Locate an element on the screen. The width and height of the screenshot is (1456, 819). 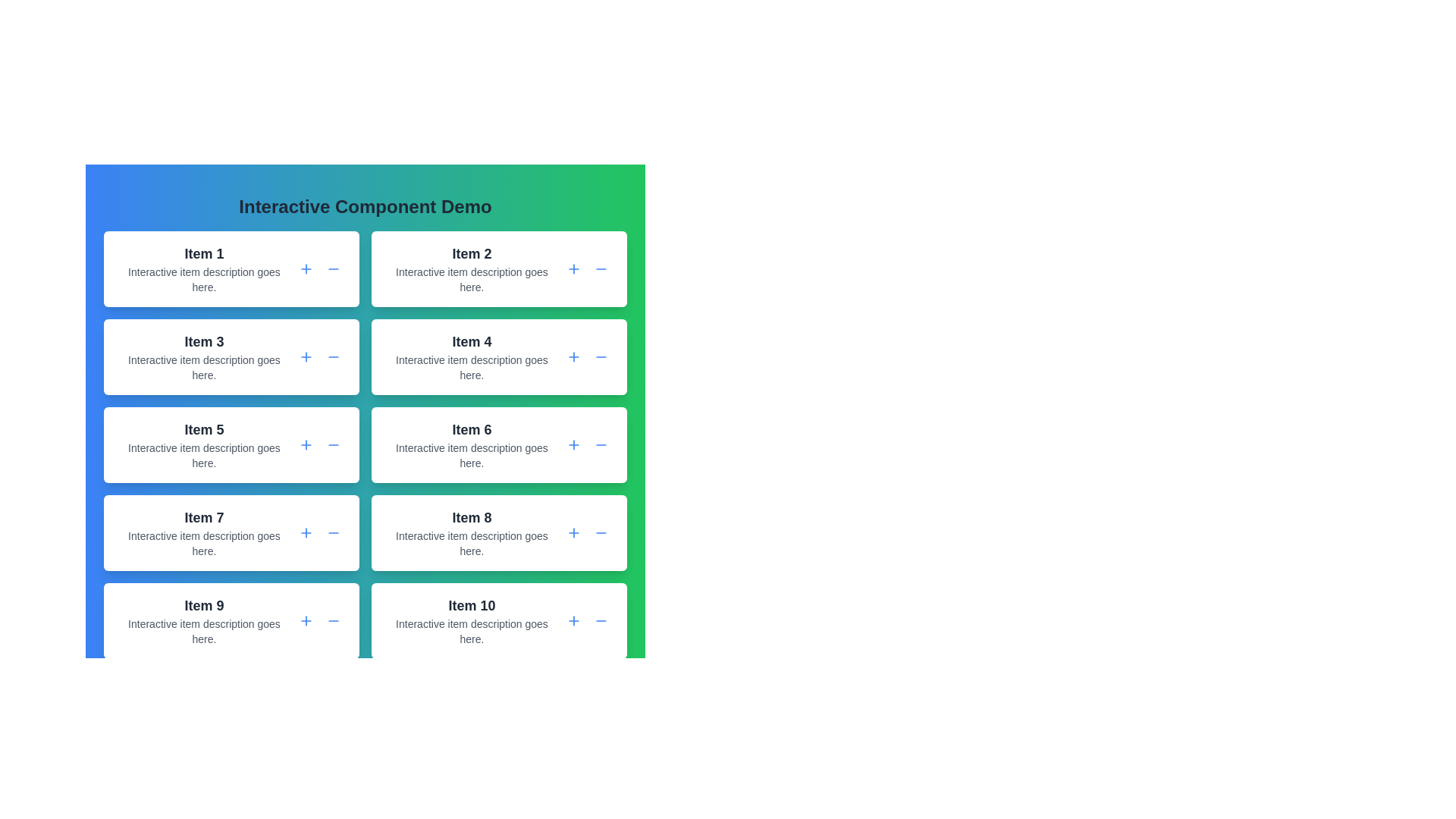
the text label displaying 'Item 10' located at the top of the last card in the second column of a grid layout is located at coordinates (471, 604).